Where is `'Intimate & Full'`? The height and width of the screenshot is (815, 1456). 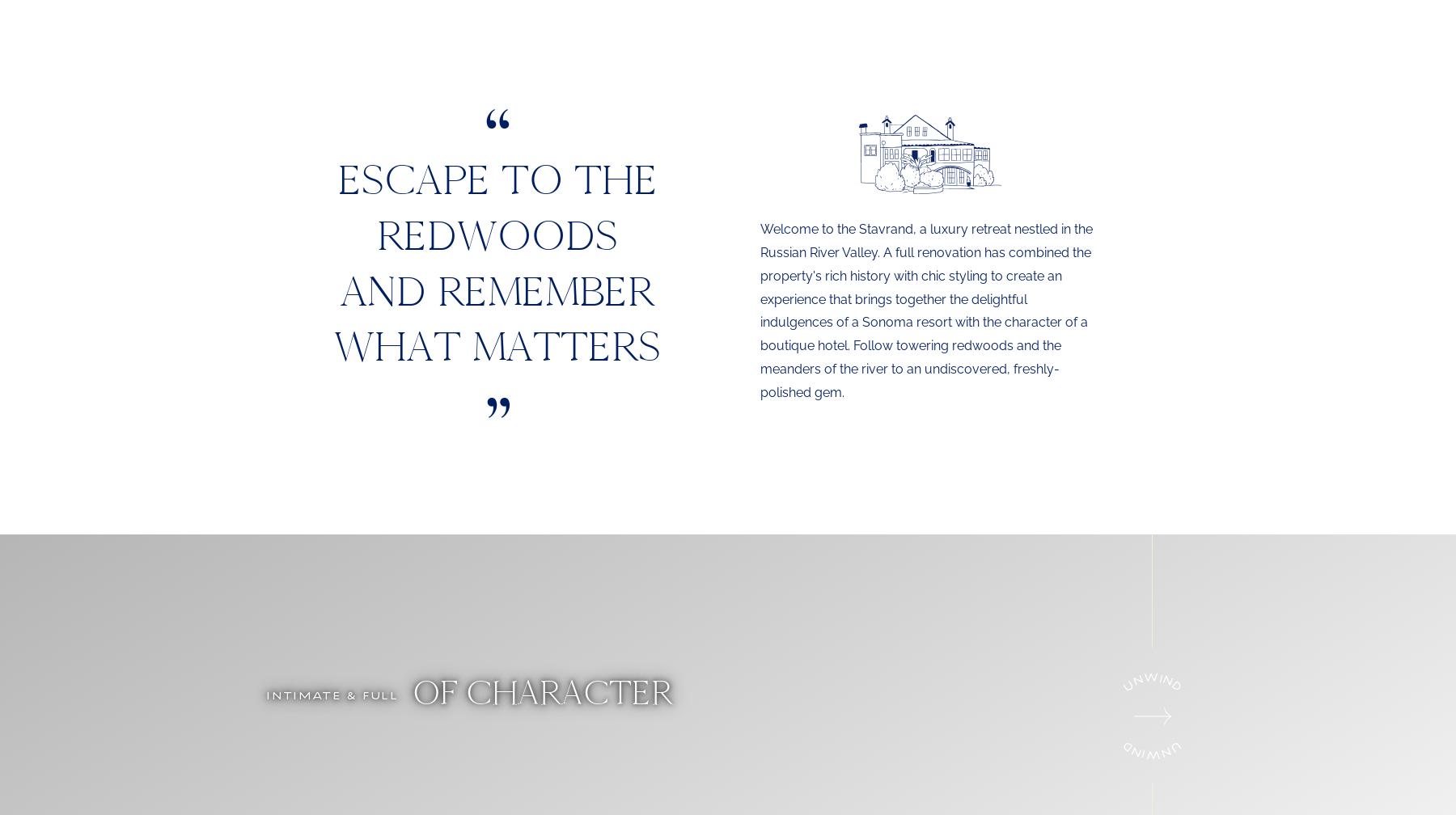 'Intimate & Full' is located at coordinates (333, 695).